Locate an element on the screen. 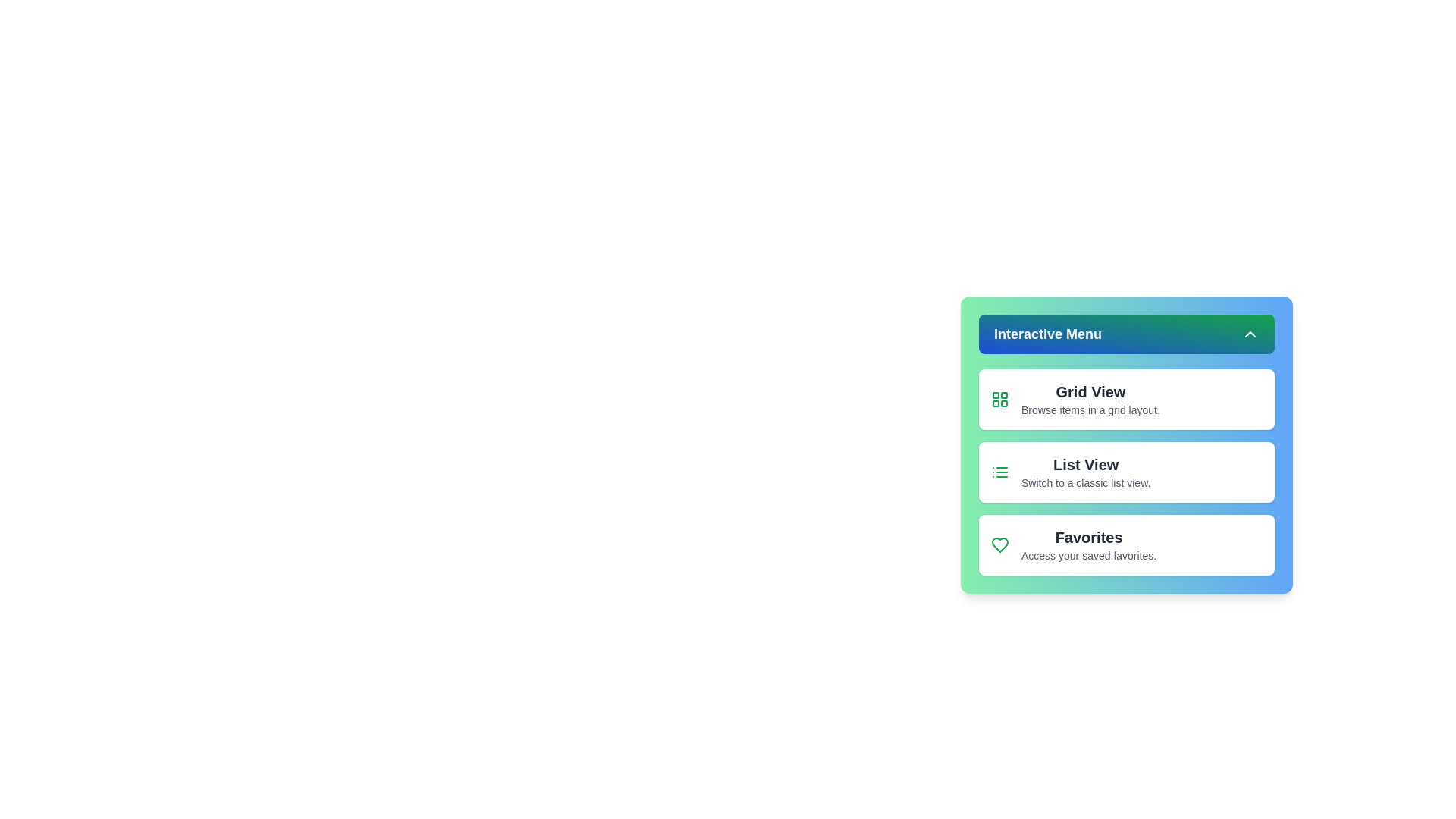  the menu item Favorites to observe its hover effect is located at coordinates (1127, 544).